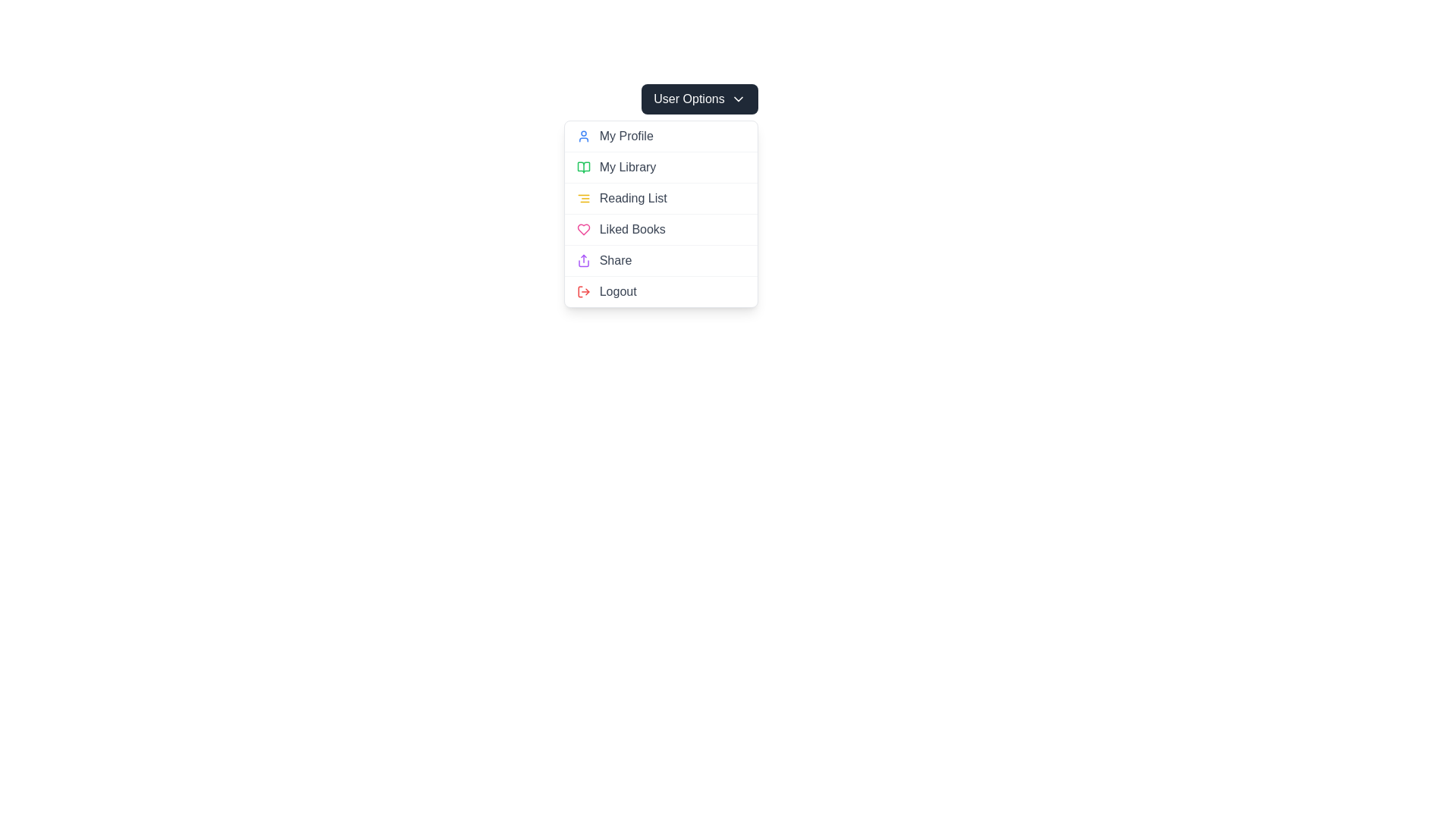 The width and height of the screenshot is (1456, 819). What do you see at coordinates (698, 99) in the screenshot?
I see `the 'User Options' button, which is a rectangular button with a dark background and white text, located at the top center of the drop-down menu system` at bounding box center [698, 99].